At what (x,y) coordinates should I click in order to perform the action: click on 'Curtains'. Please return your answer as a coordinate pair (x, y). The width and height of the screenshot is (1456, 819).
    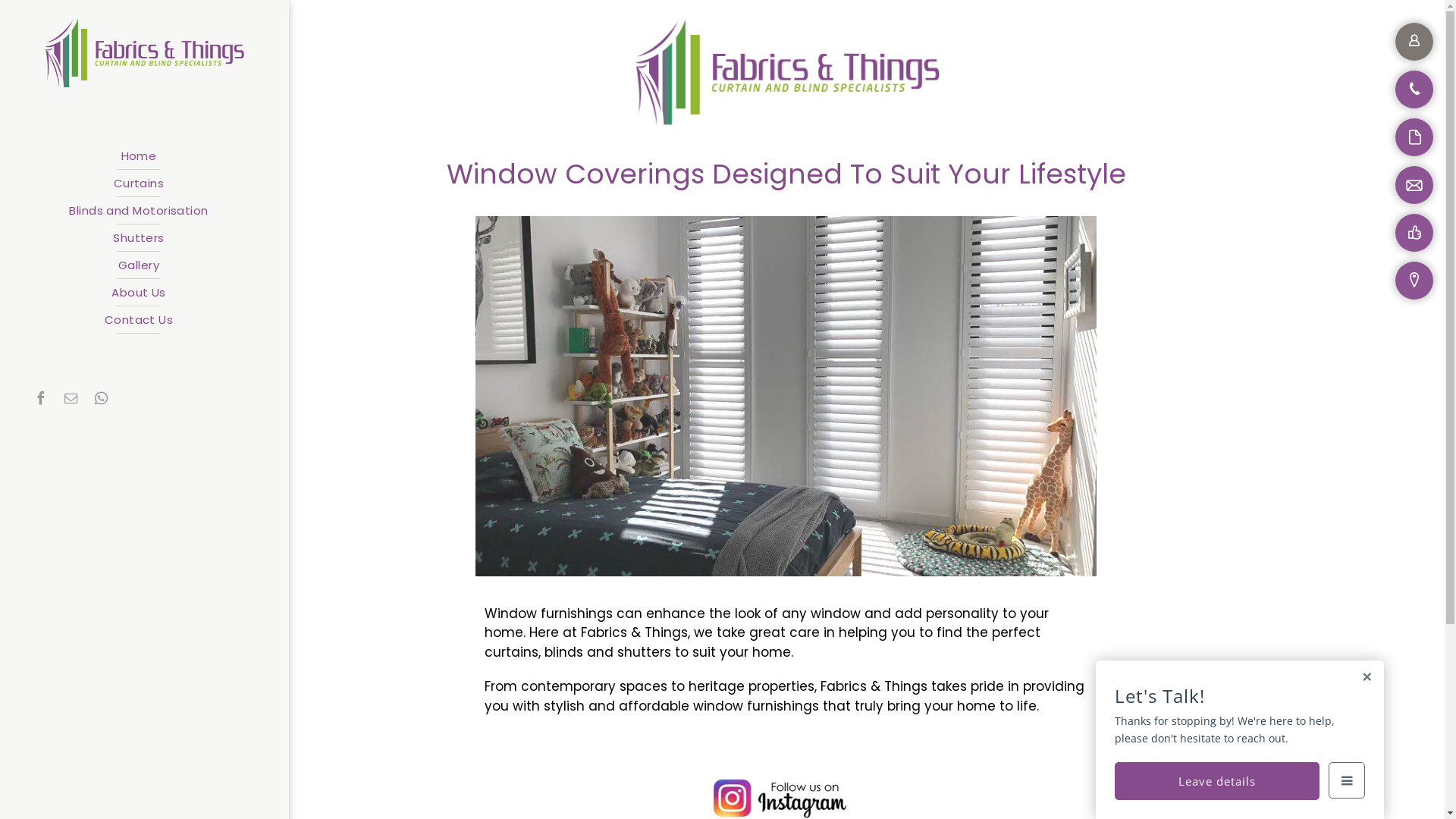
    Looking at the image, I should click on (138, 182).